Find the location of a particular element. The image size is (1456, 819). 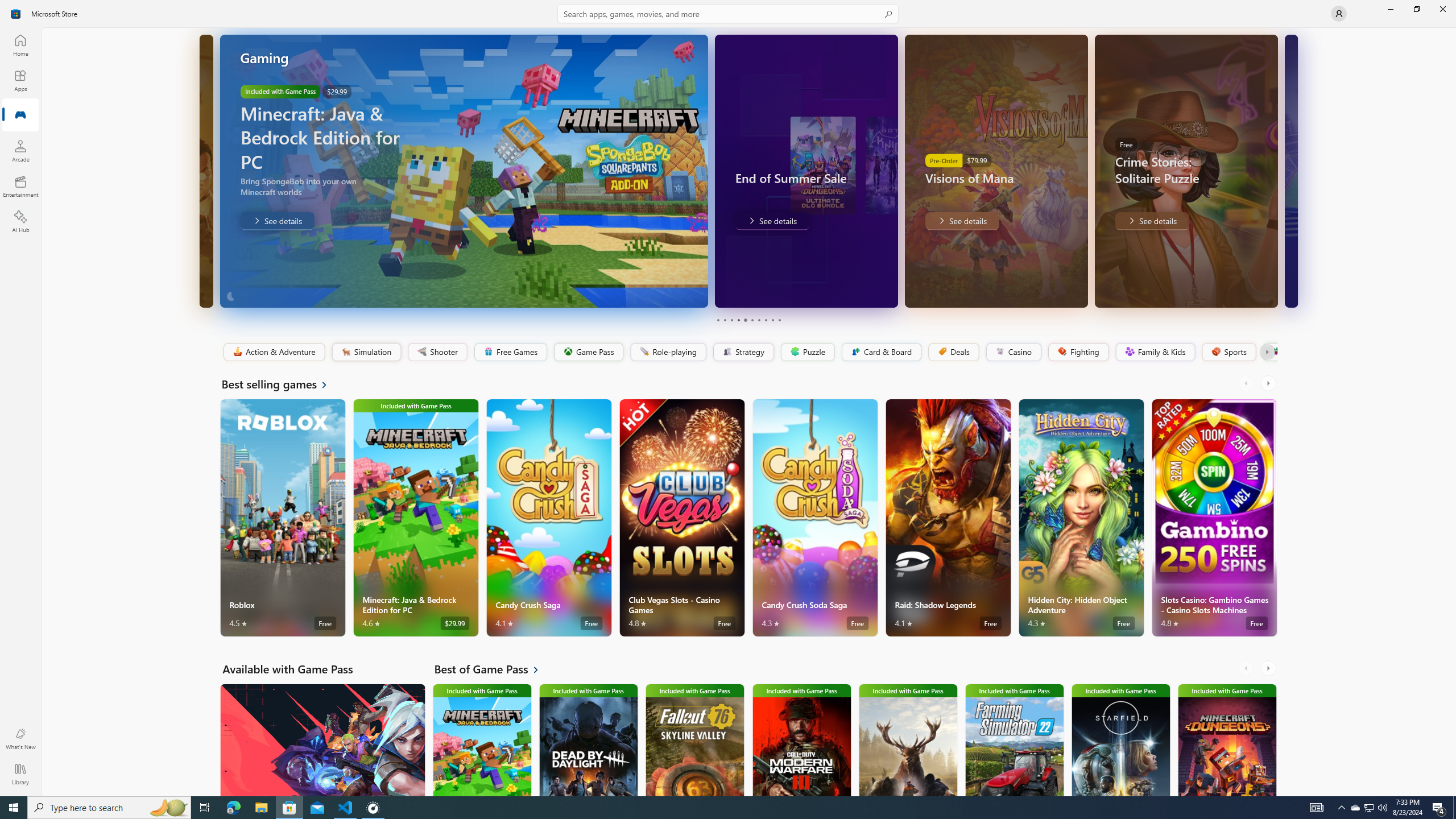

'AI Hub' is located at coordinates (19, 221).